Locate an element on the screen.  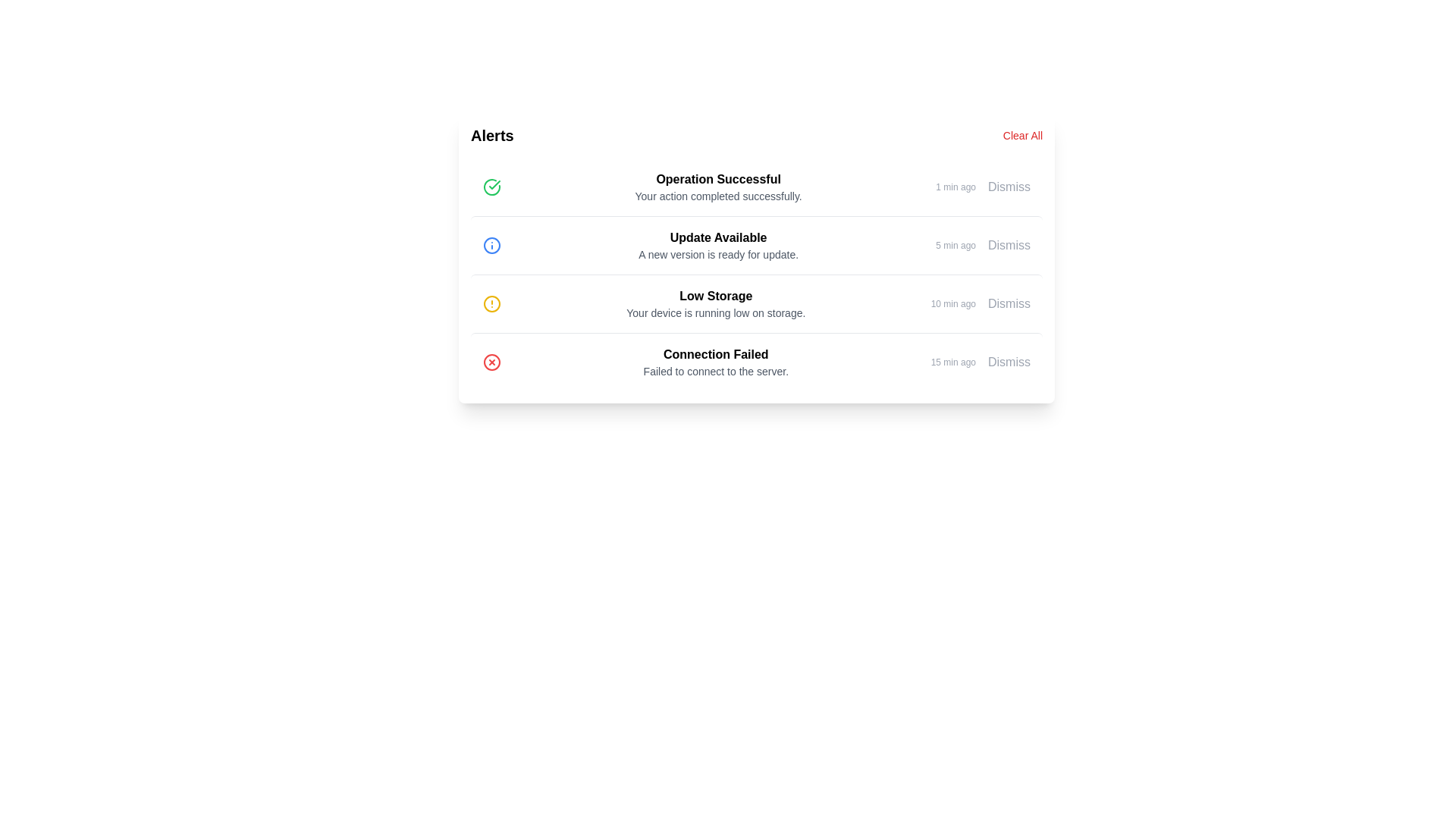
the green circular icon with a checkmark indicating a successful operation, located in the top notification card aligned with the text 'Operation Successful' is located at coordinates (491, 186).